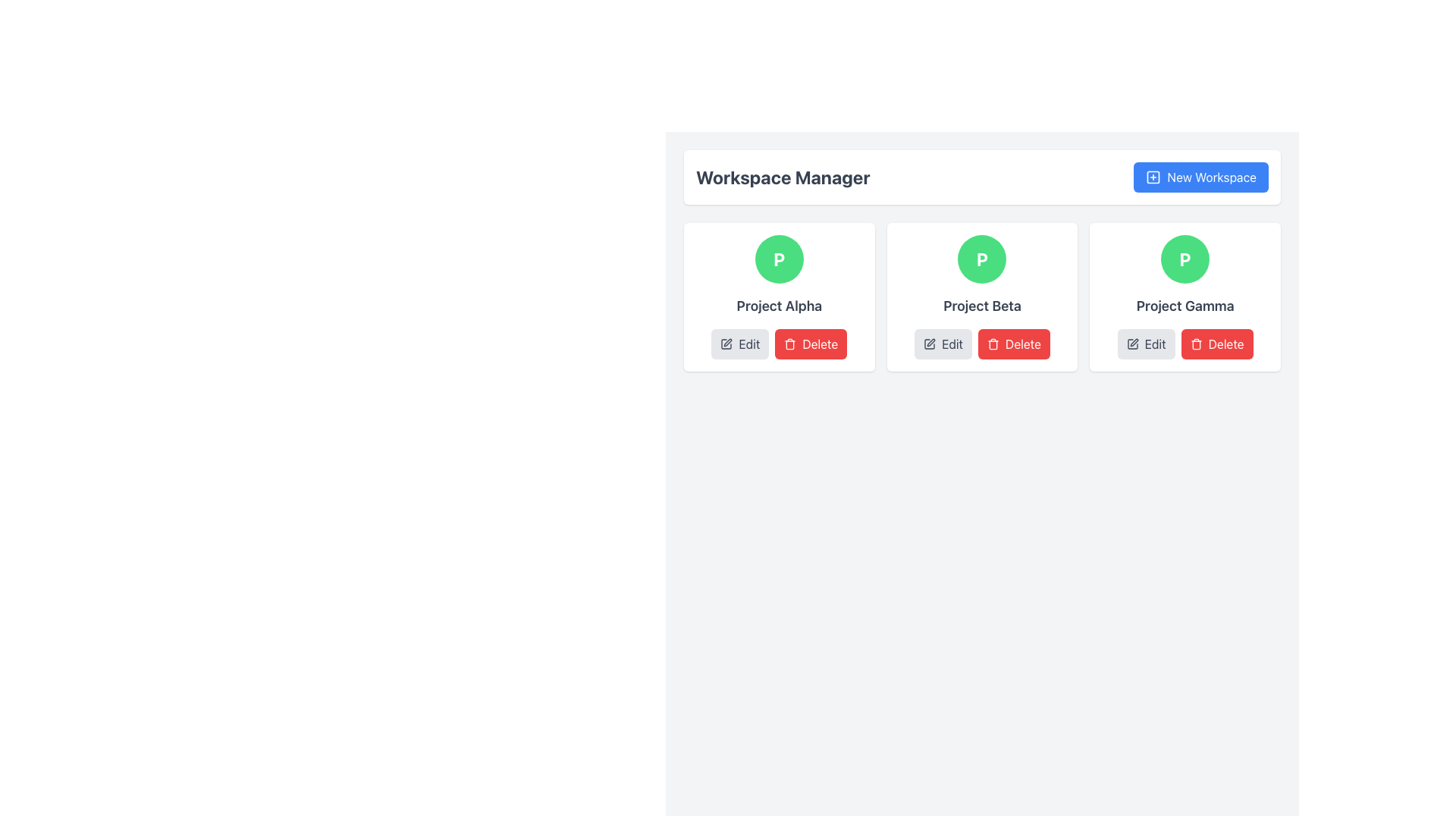  What do you see at coordinates (1185, 306) in the screenshot?
I see `the text label displaying 'Project Gamma', which is styled in bold gray font and positioned below the circular green icon labeled 'P' and above the 'Edit' and 'Delete' buttons` at bounding box center [1185, 306].